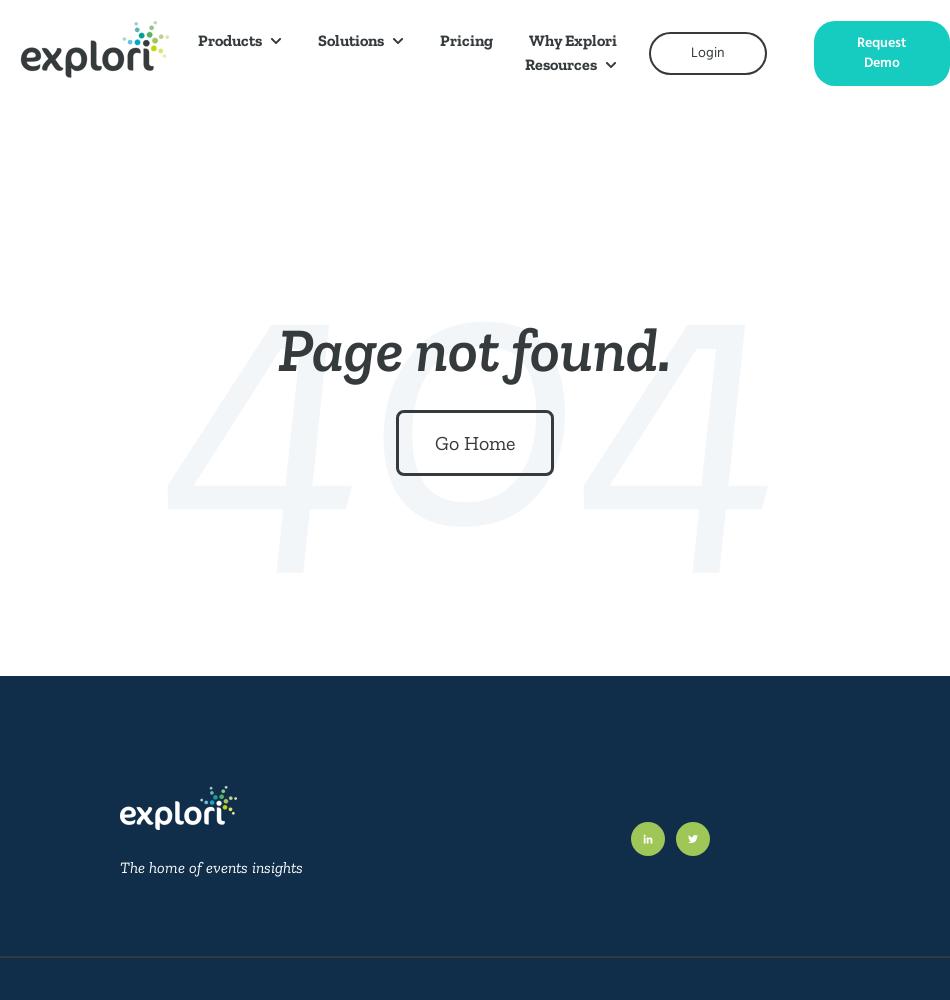 The image size is (950, 1000). Describe the element at coordinates (197, 40) in the screenshot. I see `'Products'` at that location.